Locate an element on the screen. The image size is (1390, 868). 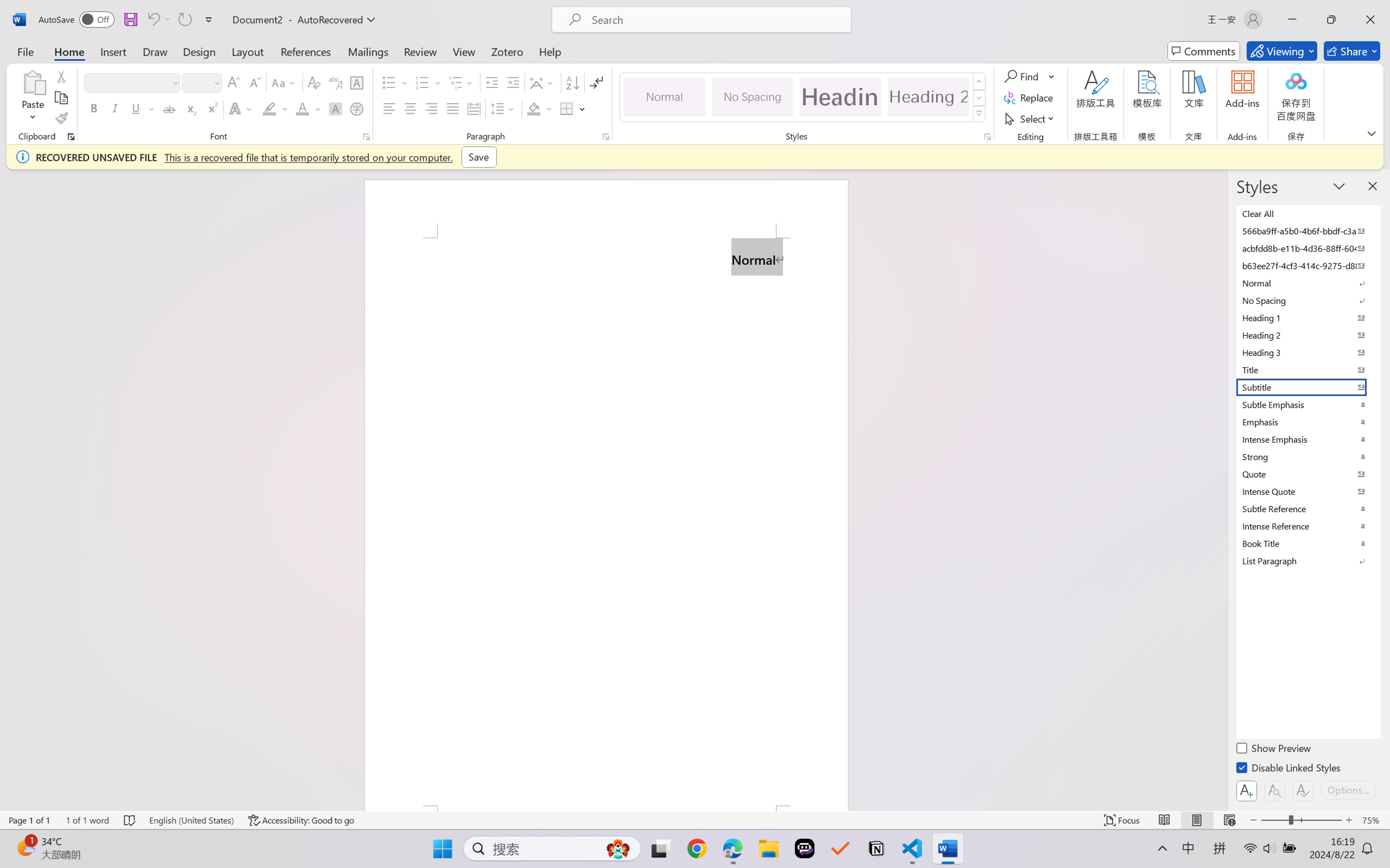
'Shrink Font' is located at coordinates (253, 83).